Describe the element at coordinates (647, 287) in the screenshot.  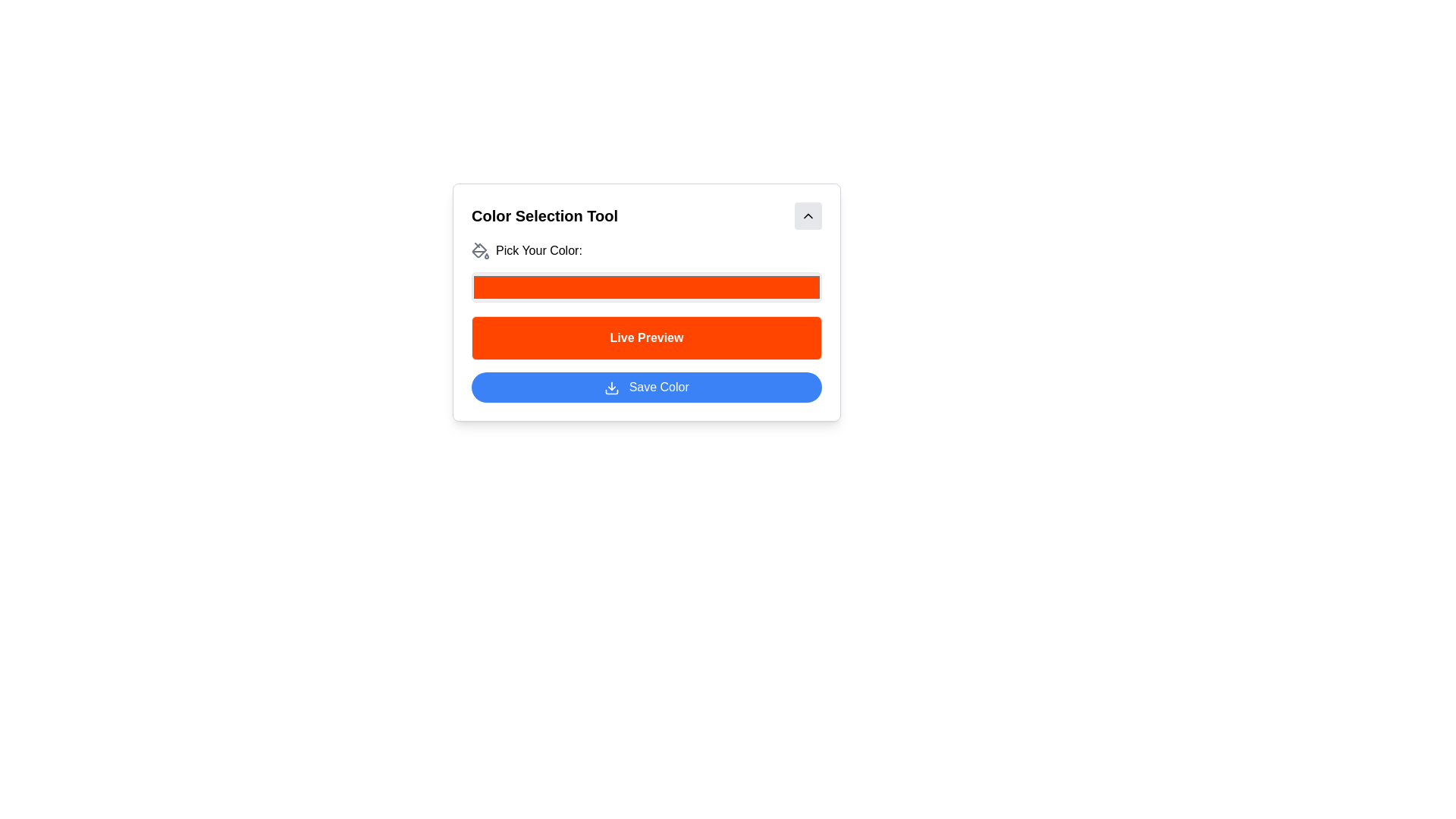
I see `the Color picker input located in the 'Pick Your Color' section, which is styled as a horizontal rectangular input box with a solid orange background` at that location.